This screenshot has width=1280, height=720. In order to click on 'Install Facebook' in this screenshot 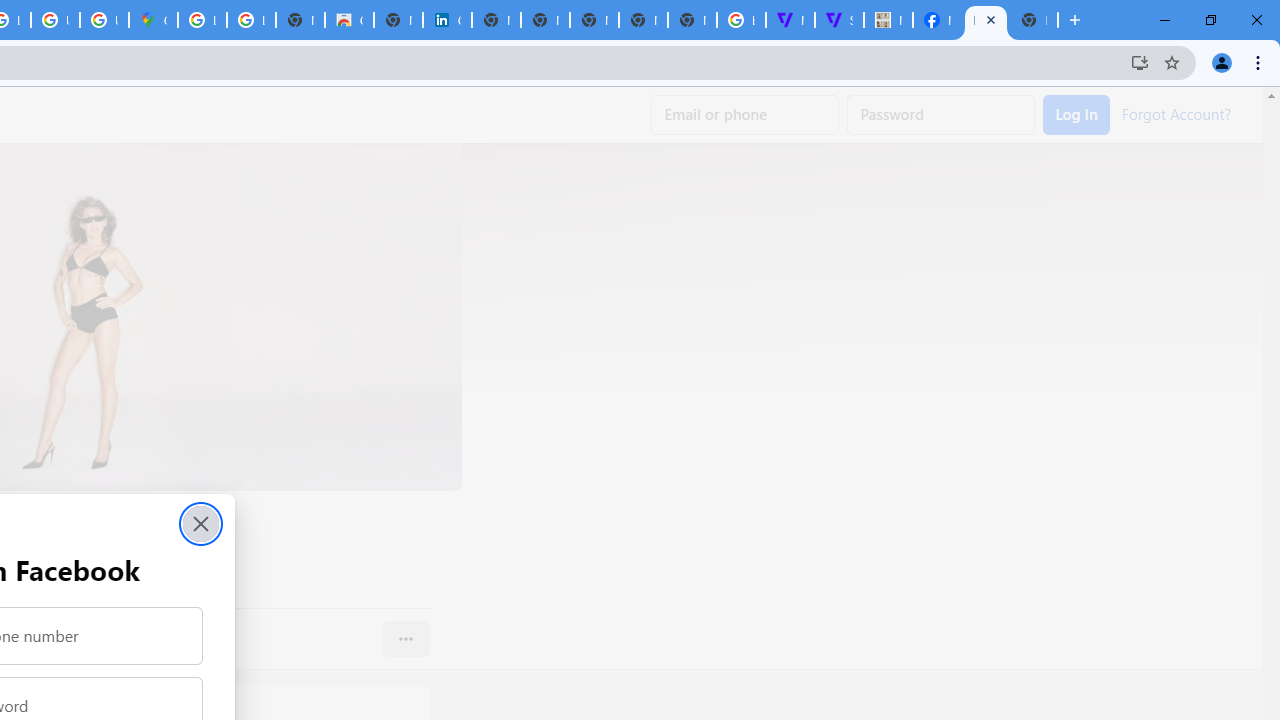, I will do `click(1139, 61)`.